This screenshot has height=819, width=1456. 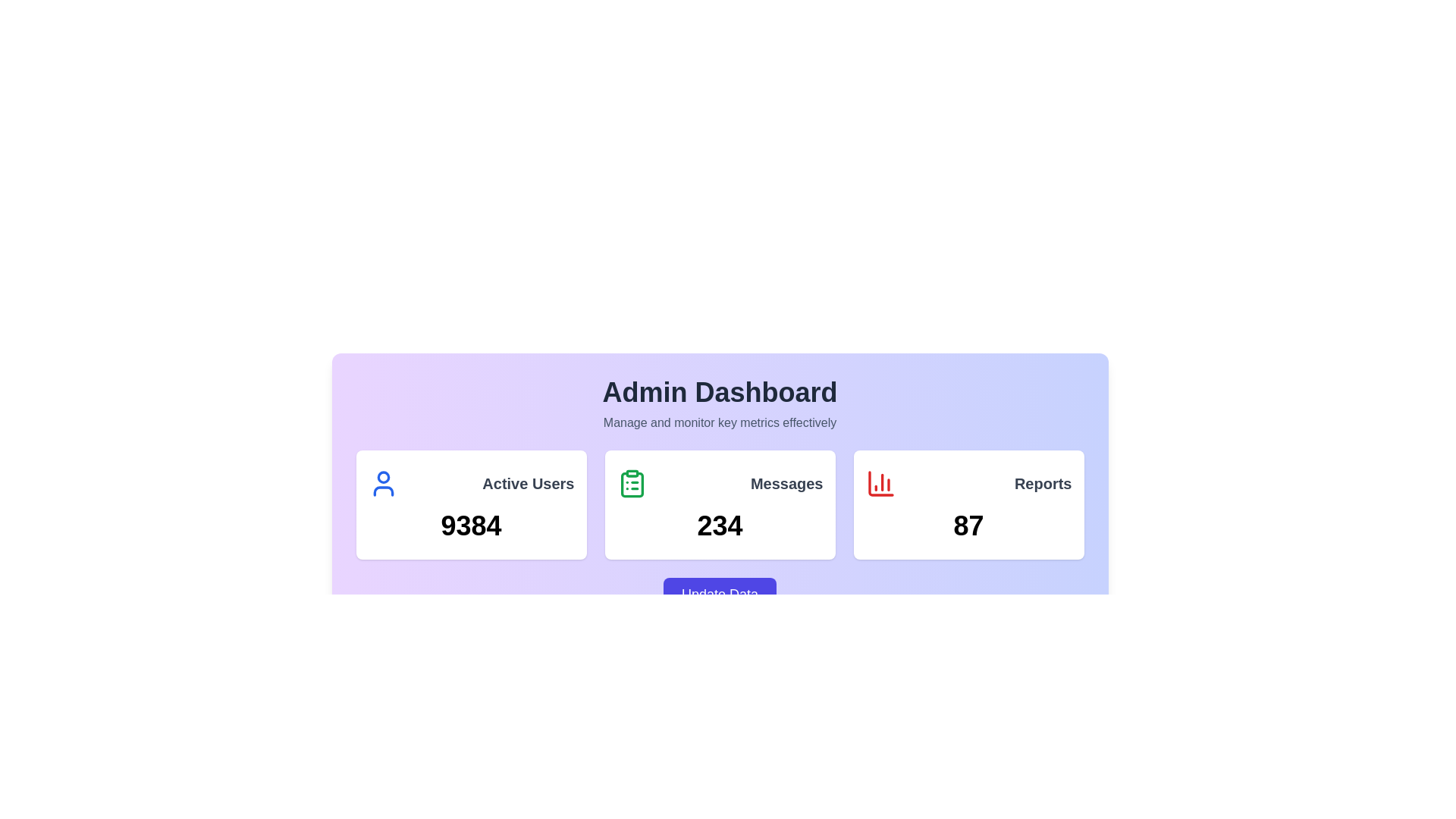 What do you see at coordinates (719, 526) in the screenshot?
I see `the text display that shows the count of messages, located centrally beneath the 'Messages' label in the second card from the left` at bounding box center [719, 526].